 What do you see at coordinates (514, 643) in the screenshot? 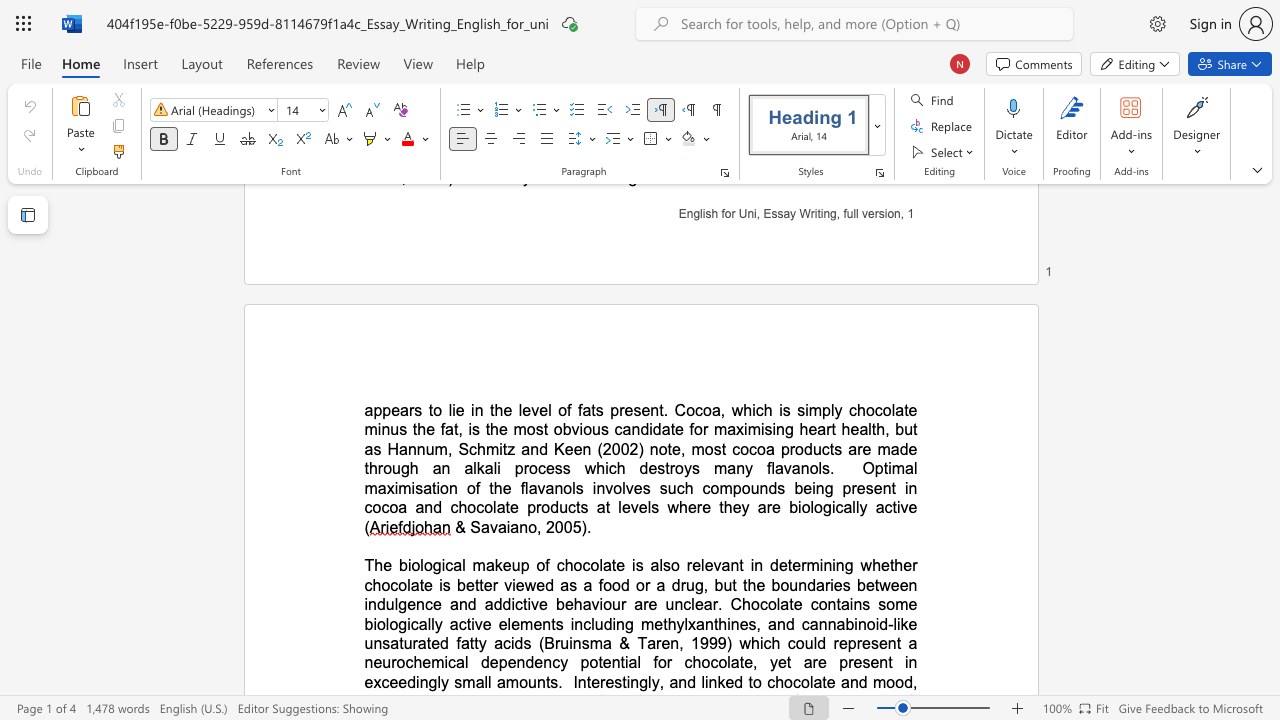
I see `the subset text "ds (Bruinsma & Taren, 19" within the text "some biologically active elements including methylxanthines, and cannabinoid-like unsaturated fatty acids (Bruinsma & Taren, 1999) which could"` at bounding box center [514, 643].